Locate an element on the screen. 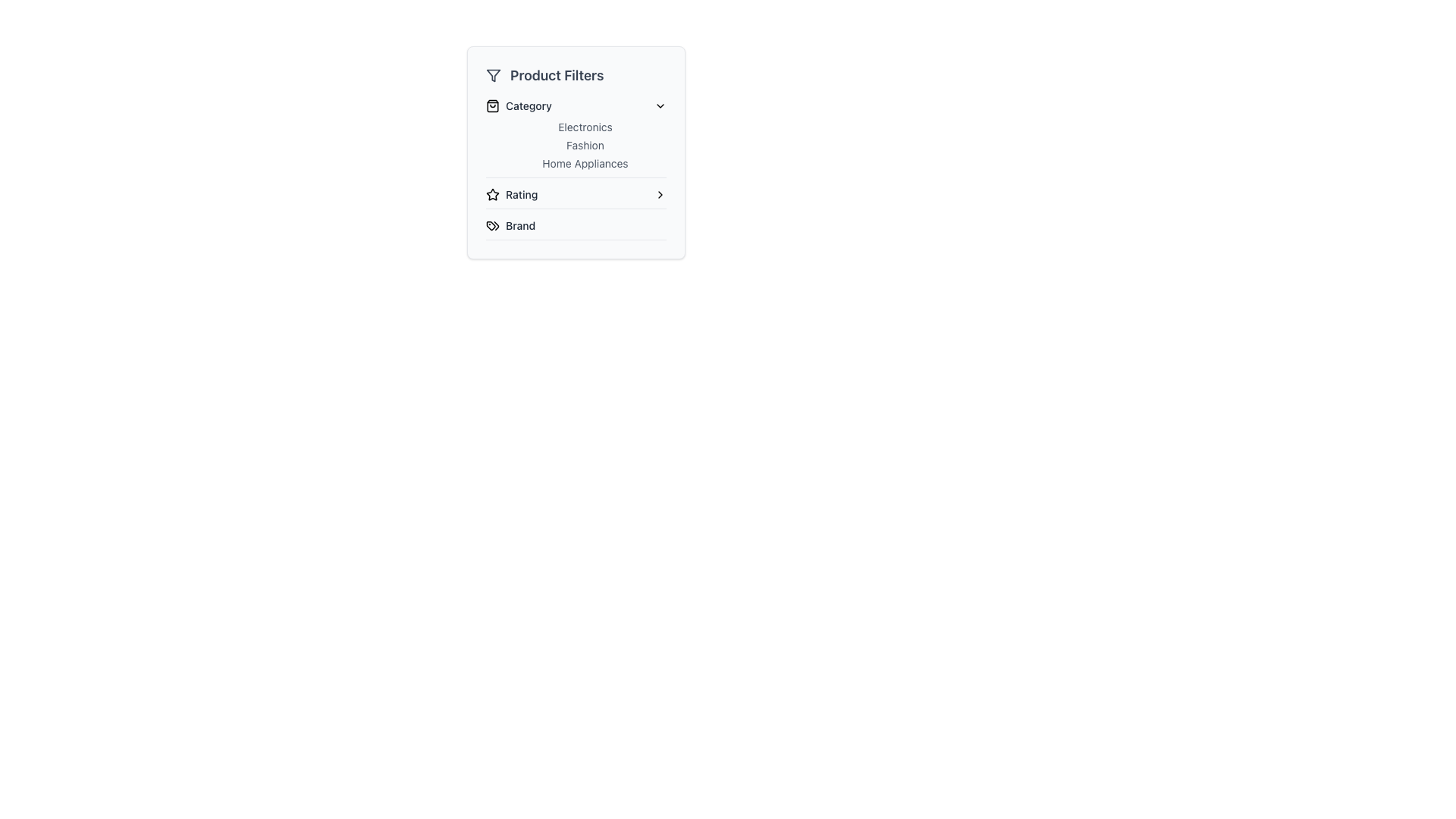 The height and width of the screenshot is (819, 1456). the 'Home Appliances' text label, which is the third entry in the vertical list under the 'Category' section is located at coordinates (585, 164).